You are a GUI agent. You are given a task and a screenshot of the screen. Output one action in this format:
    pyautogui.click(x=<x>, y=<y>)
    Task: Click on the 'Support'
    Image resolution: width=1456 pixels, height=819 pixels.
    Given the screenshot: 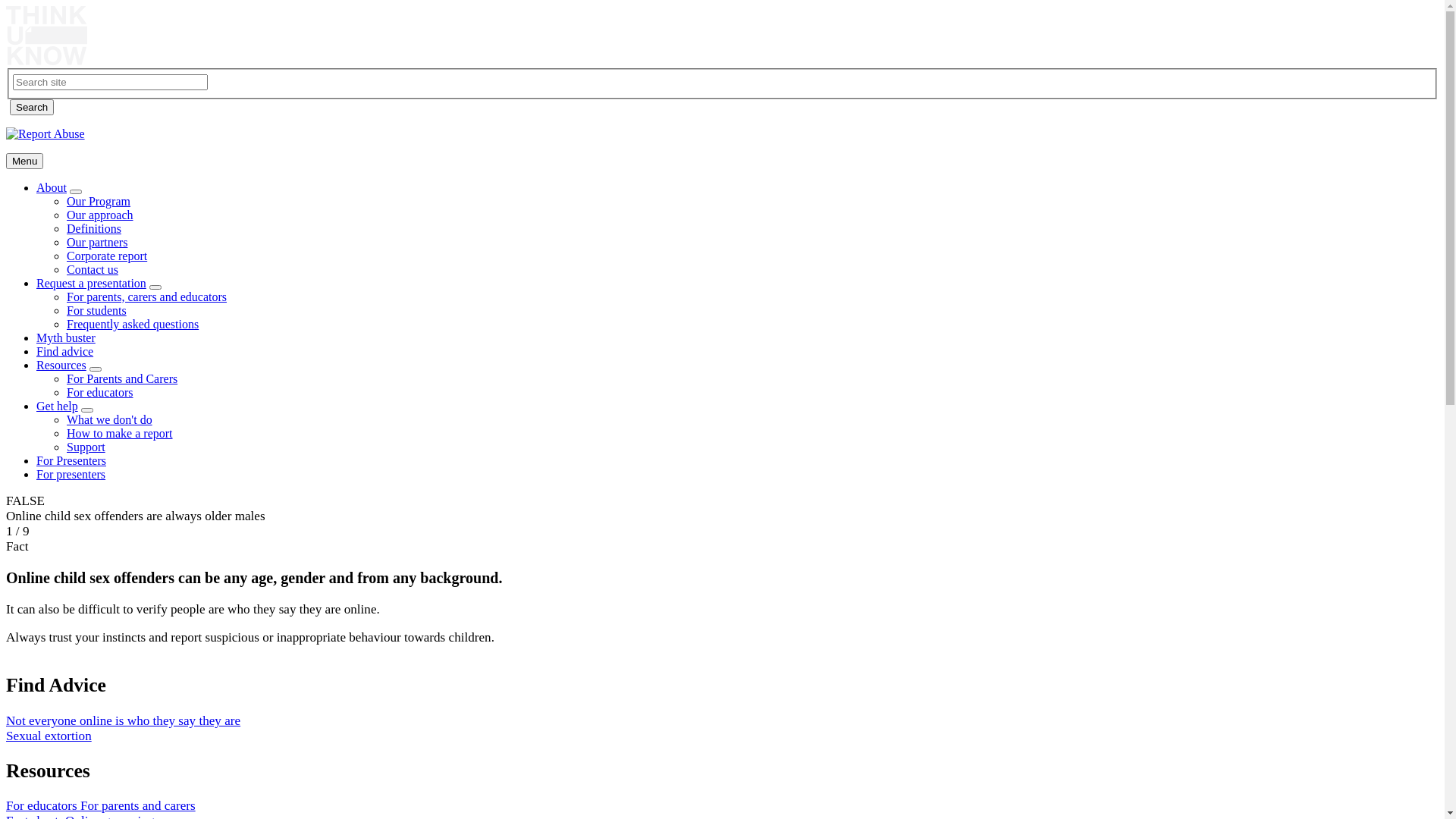 What is the action you would take?
    pyautogui.click(x=65, y=446)
    